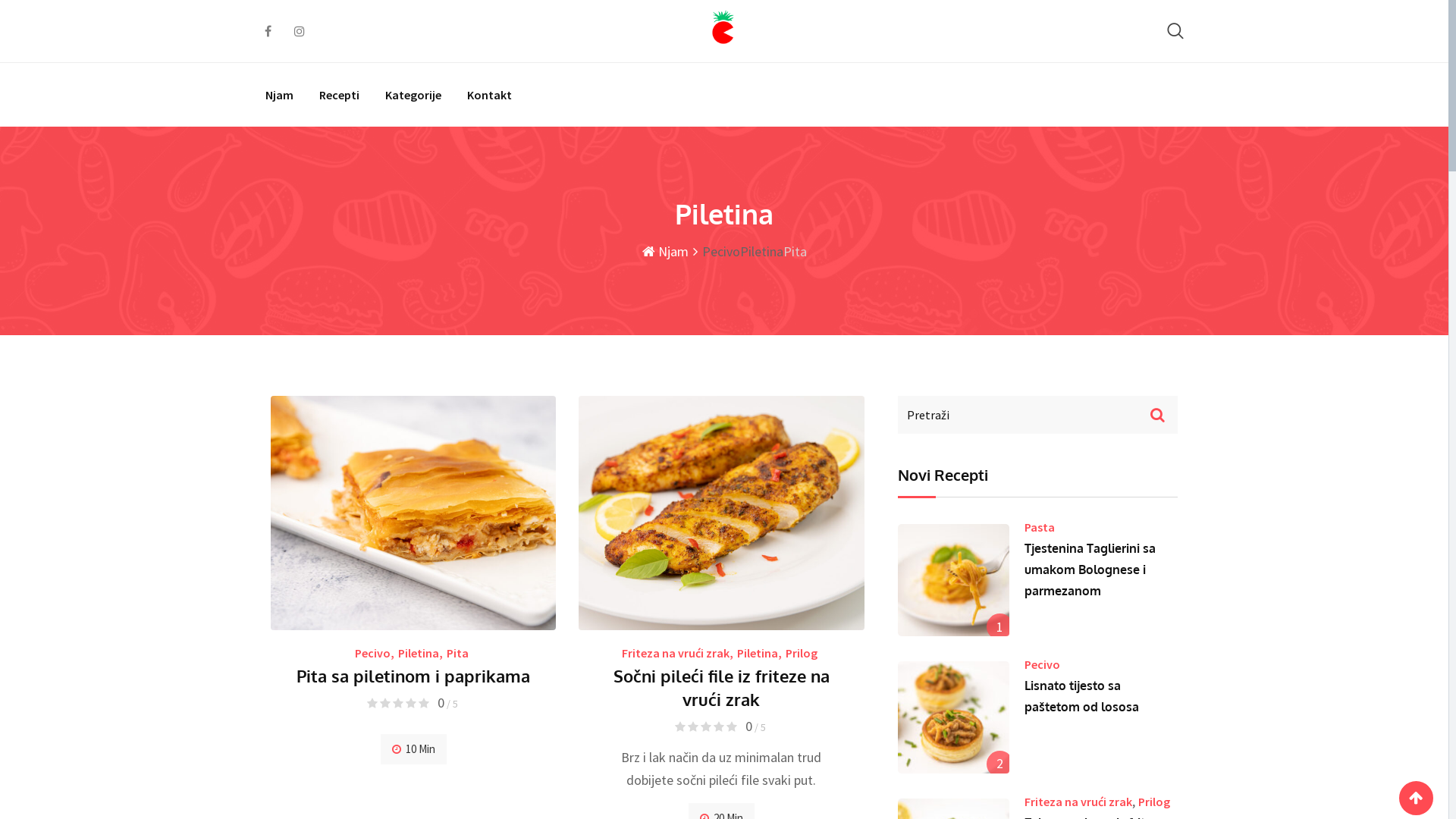  What do you see at coordinates (1175, 30) in the screenshot?
I see `'Pretraga'` at bounding box center [1175, 30].